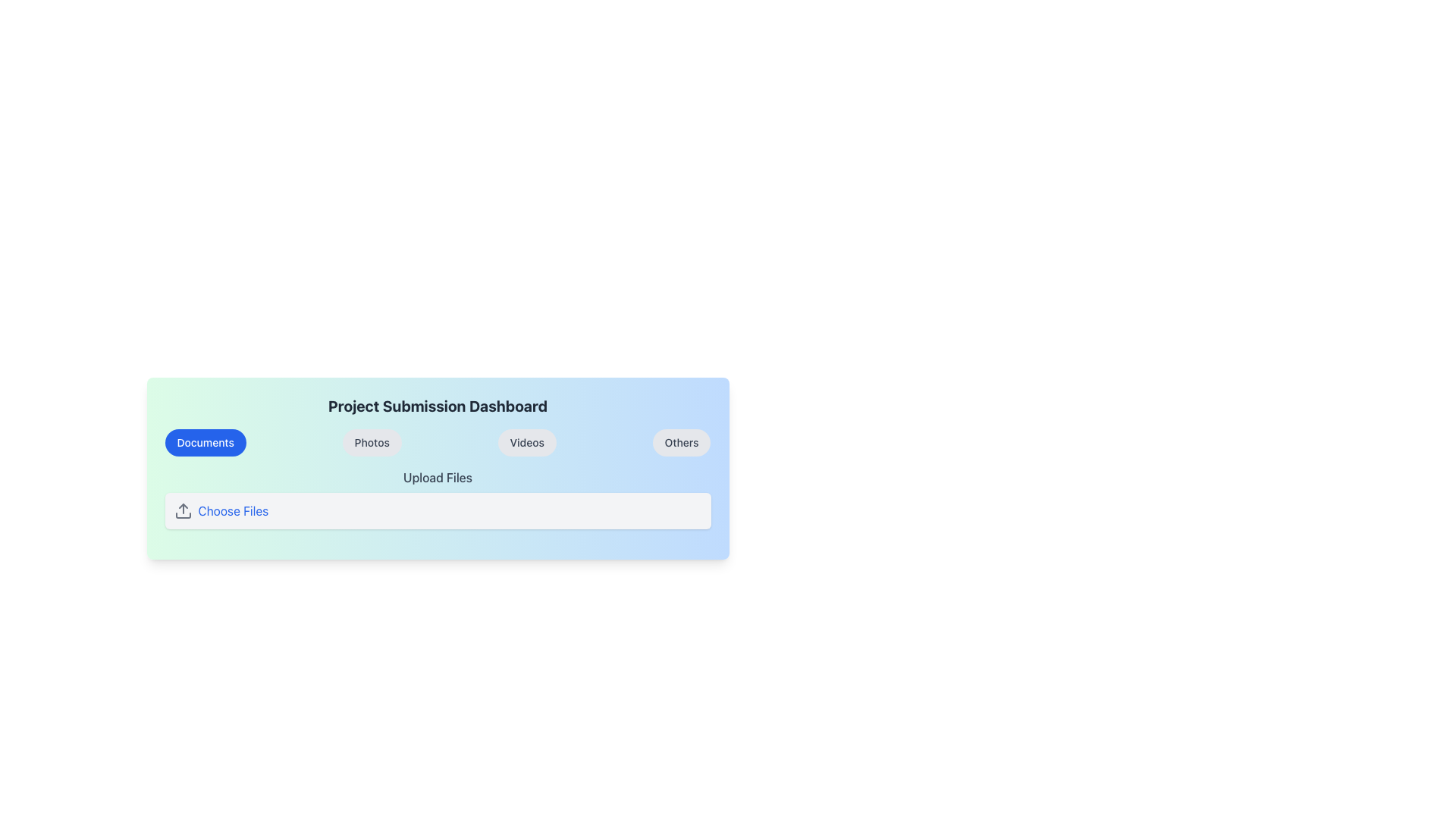 The image size is (1456, 819). Describe the element at coordinates (527, 442) in the screenshot. I see `the 'Videos' button, which is the third button from the left in the horizontal layout of the 'Project Submission Dashboard'` at that location.